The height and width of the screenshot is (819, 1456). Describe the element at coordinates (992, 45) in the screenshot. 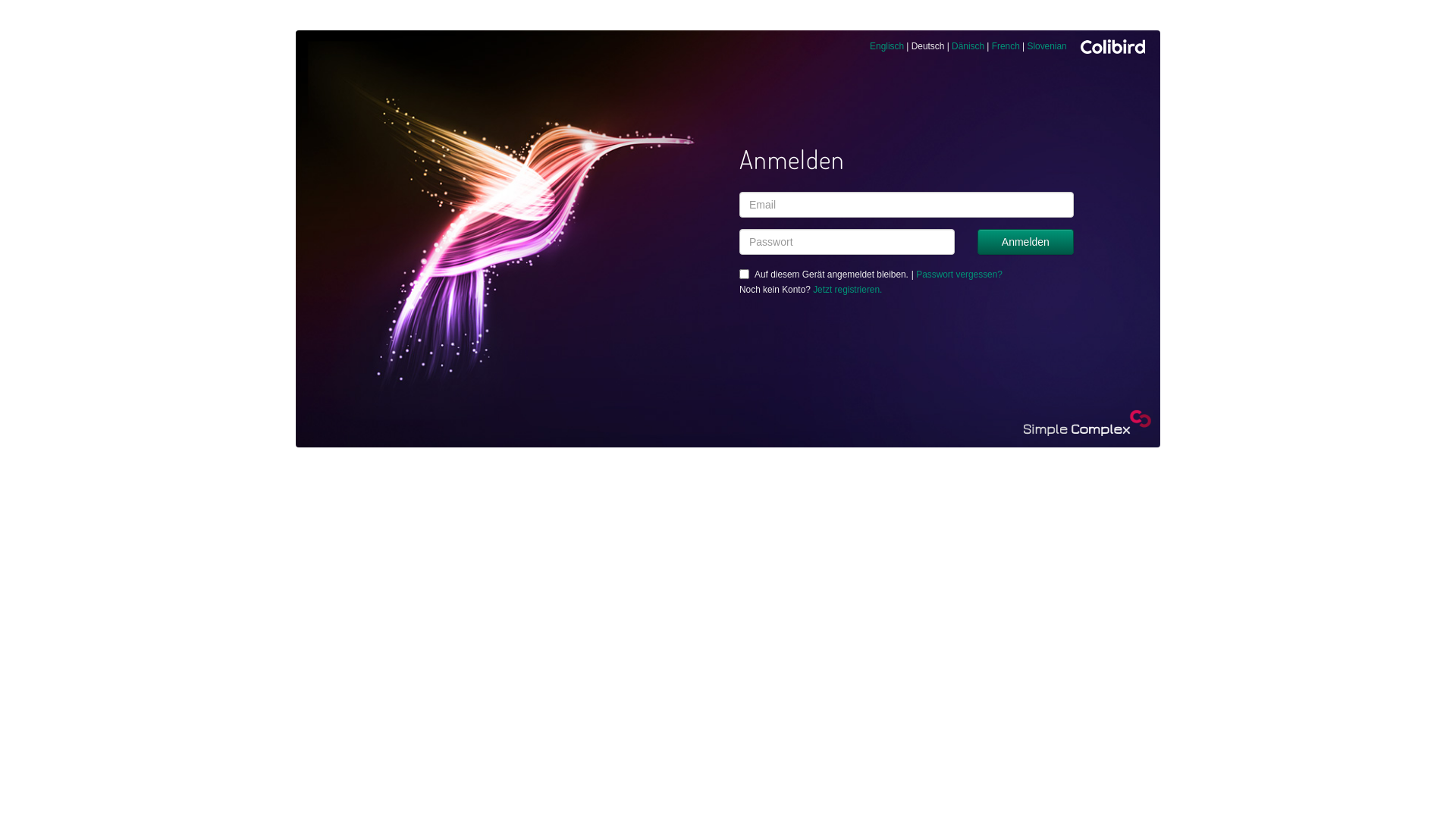

I see `'French'` at that location.